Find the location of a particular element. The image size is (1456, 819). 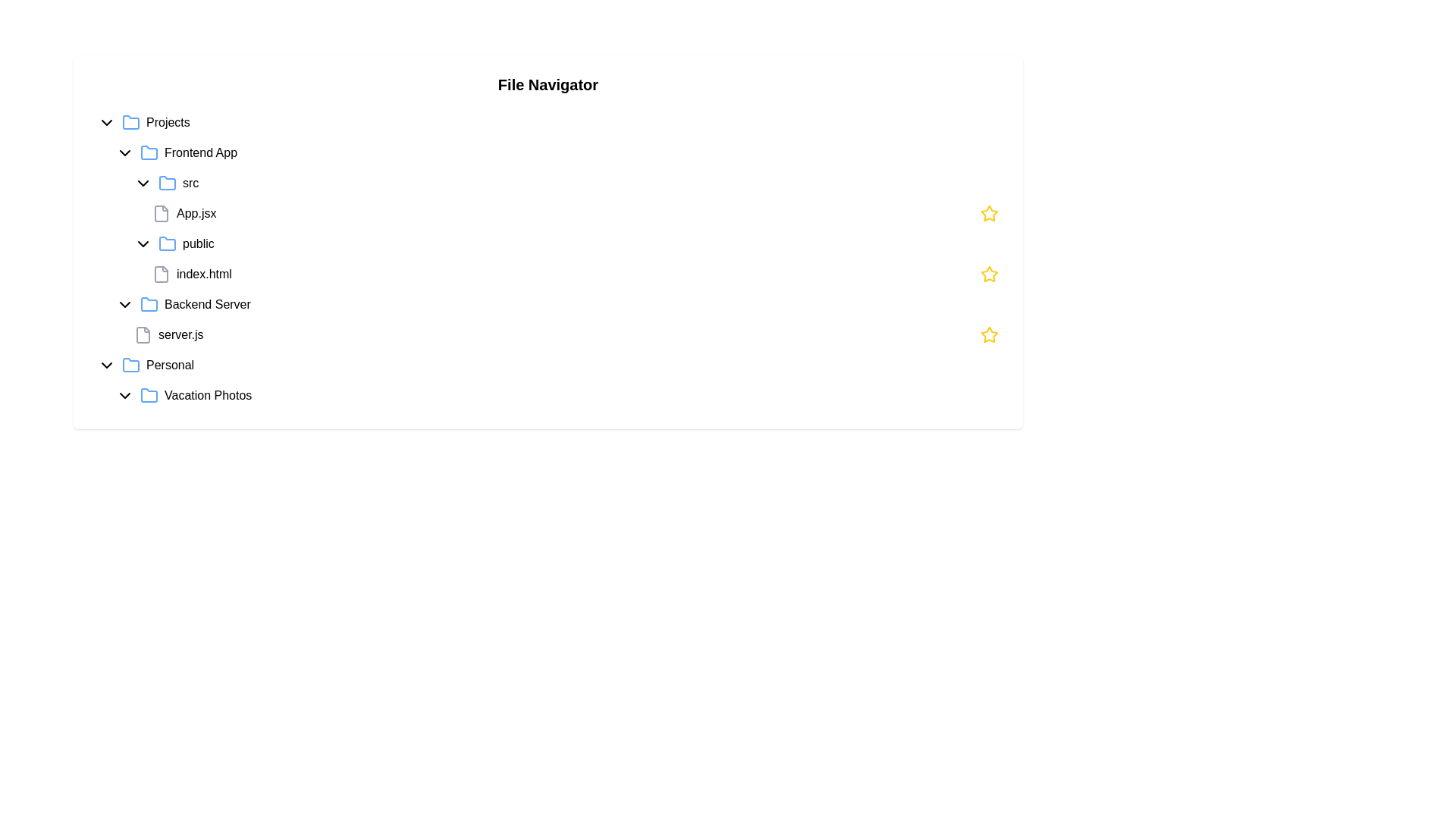

the Chevron Down icon is located at coordinates (124, 152).